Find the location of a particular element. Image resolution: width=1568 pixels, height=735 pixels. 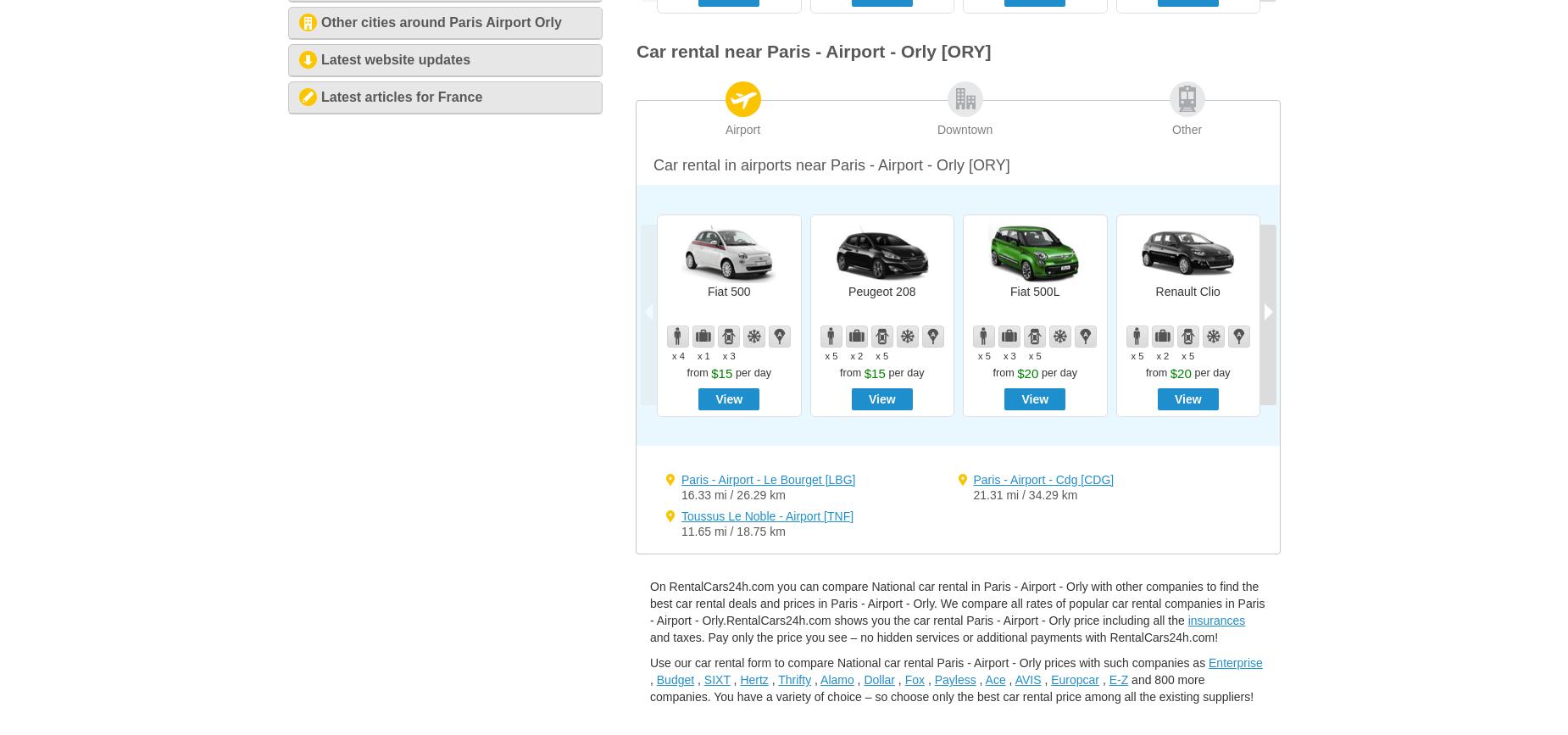

'Fox' is located at coordinates (913, 678).